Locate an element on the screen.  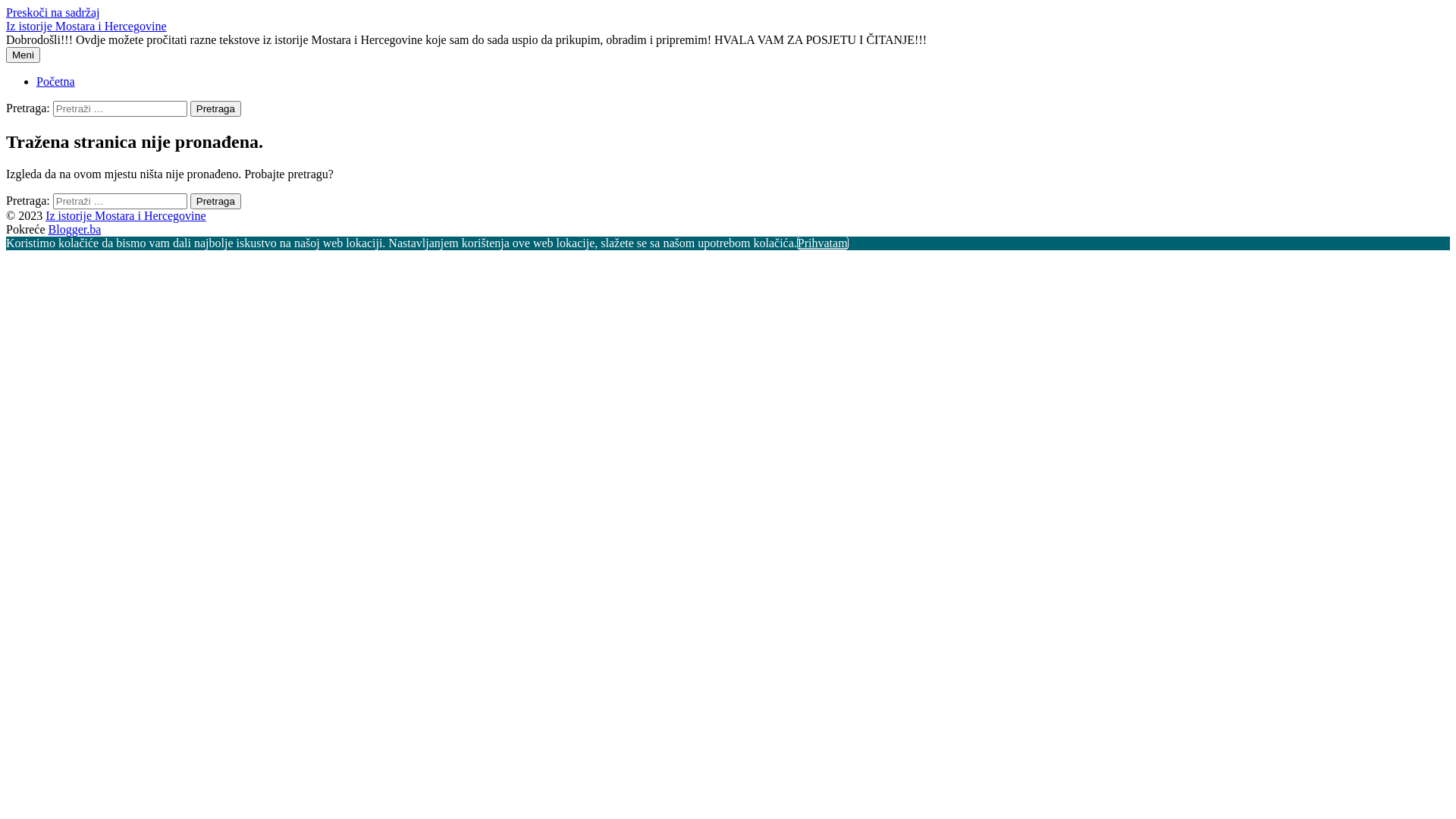
'Blogger.ba' is located at coordinates (74, 229).